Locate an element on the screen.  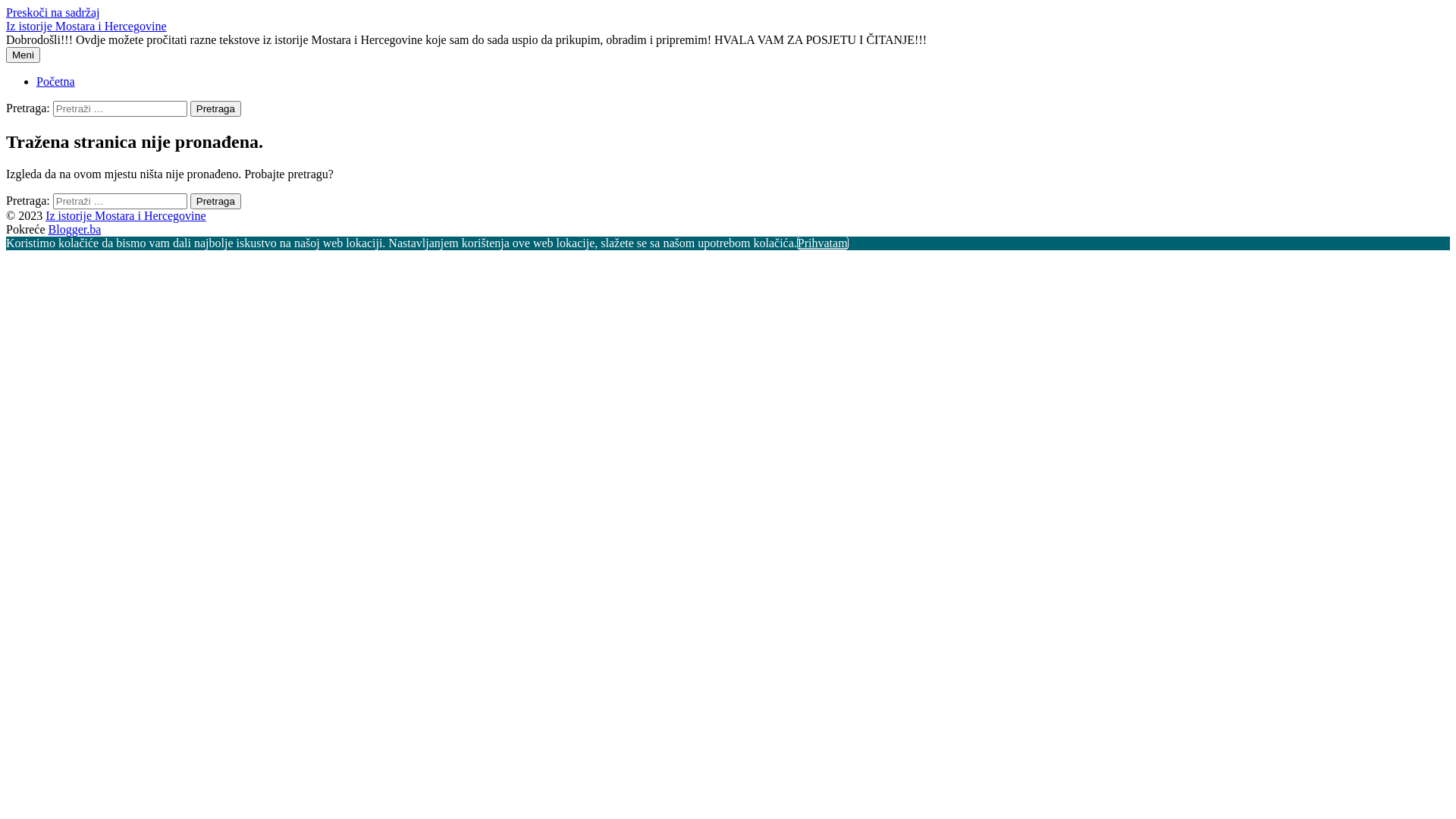
'Blogger.ba' is located at coordinates (74, 229).